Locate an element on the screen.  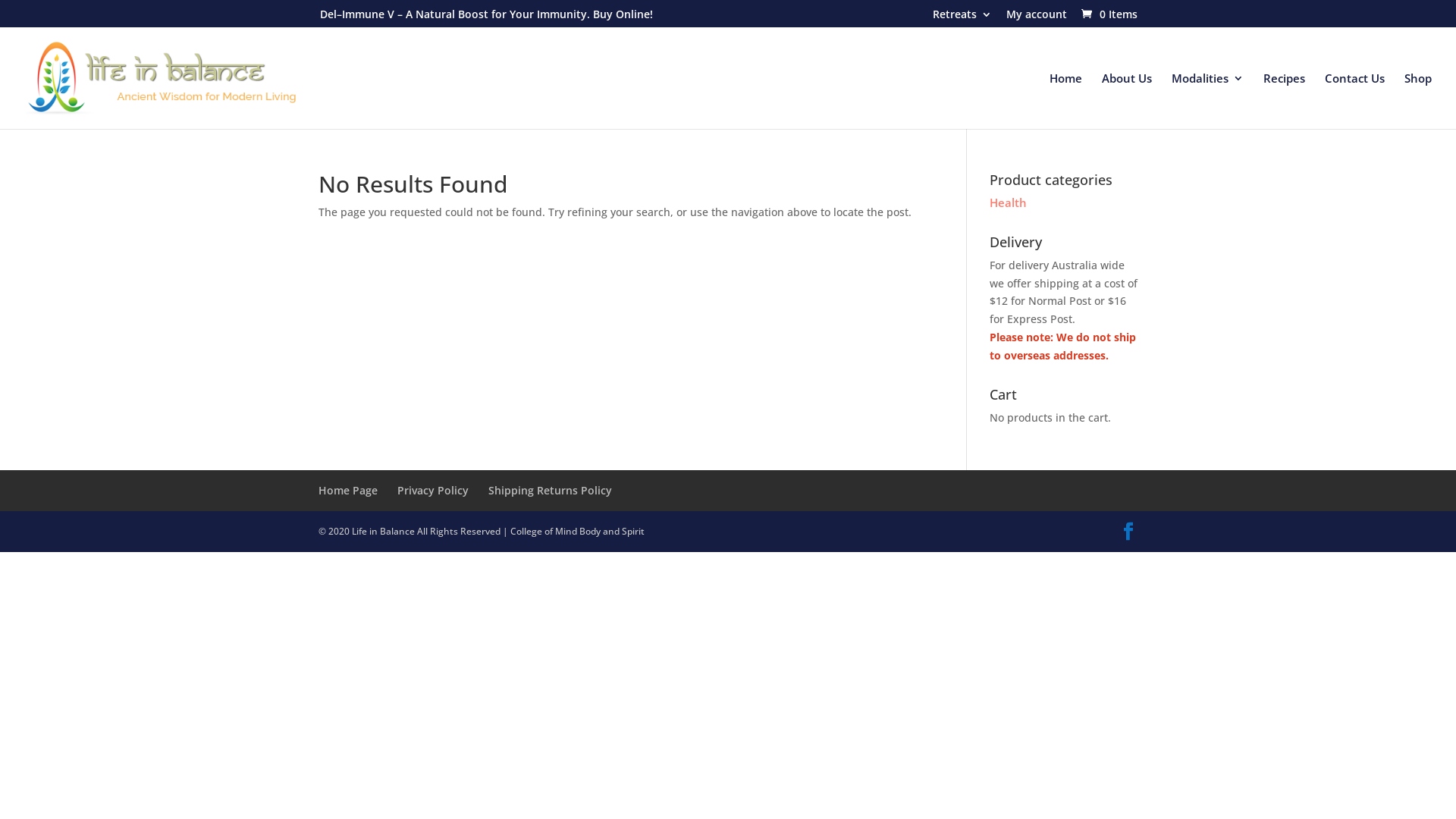
'Home Page' is located at coordinates (347, 490).